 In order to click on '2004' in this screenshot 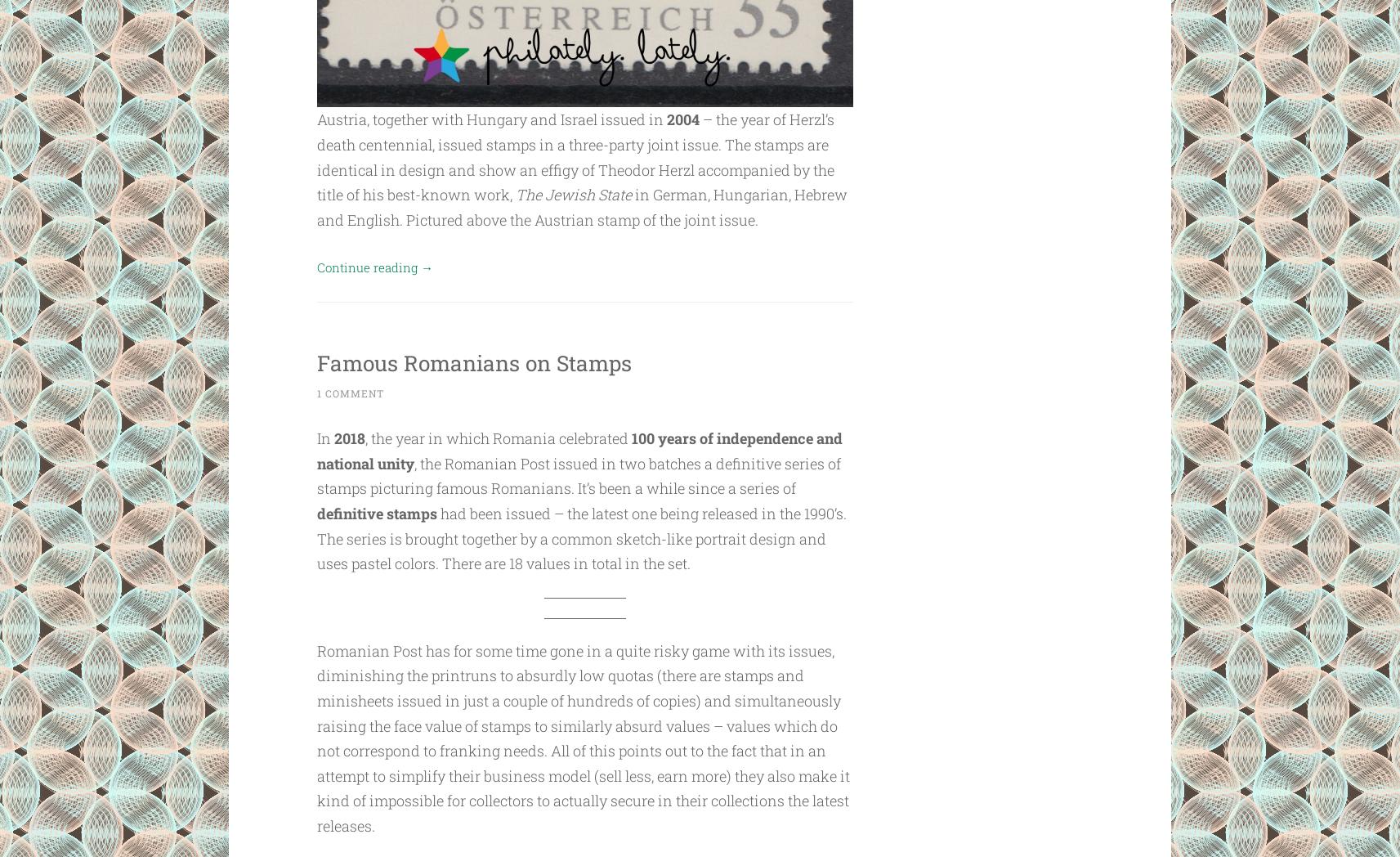, I will do `click(682, 119)`.